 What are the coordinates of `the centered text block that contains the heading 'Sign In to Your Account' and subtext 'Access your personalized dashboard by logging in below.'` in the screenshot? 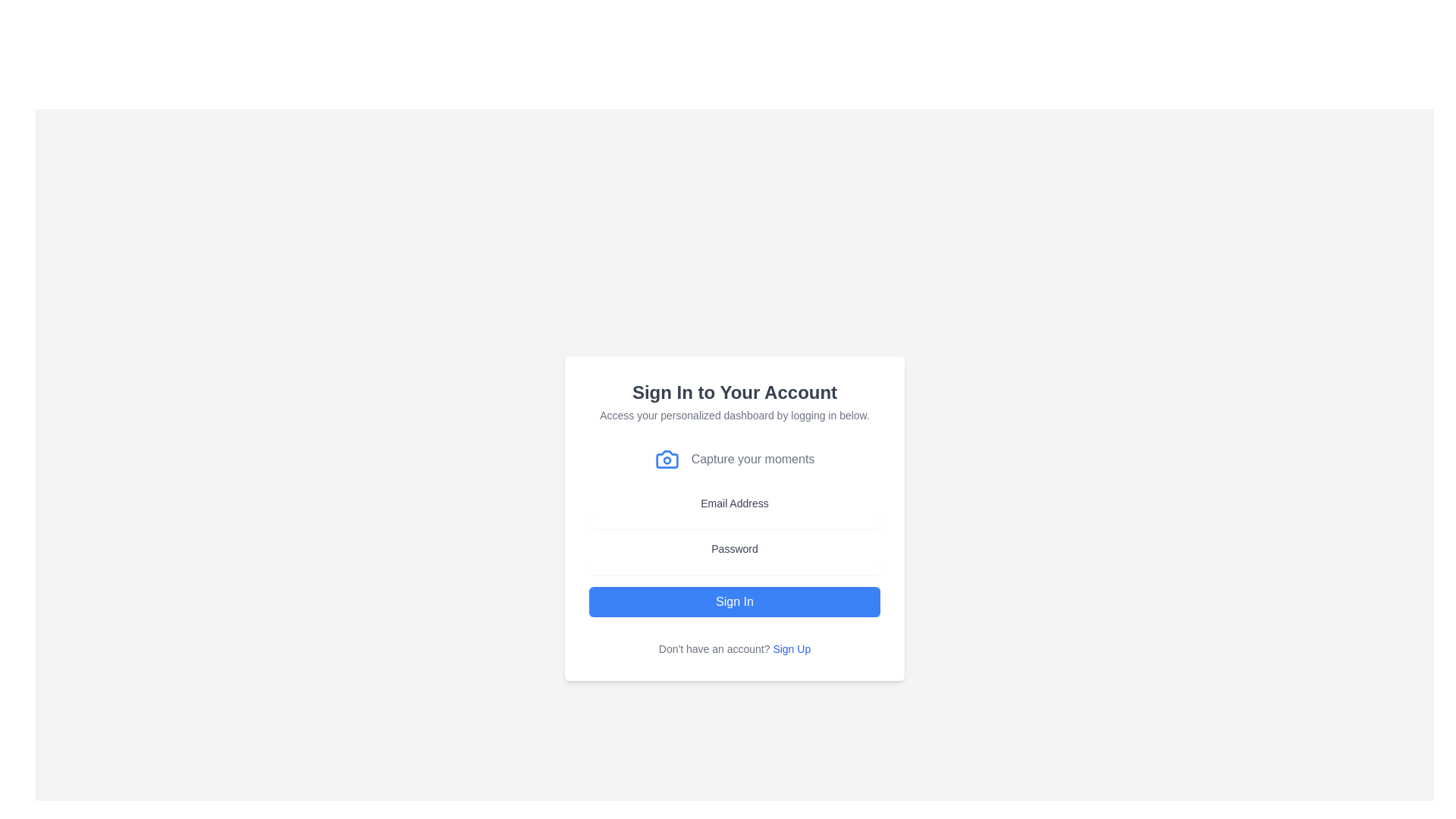 It's located at (735, 400).